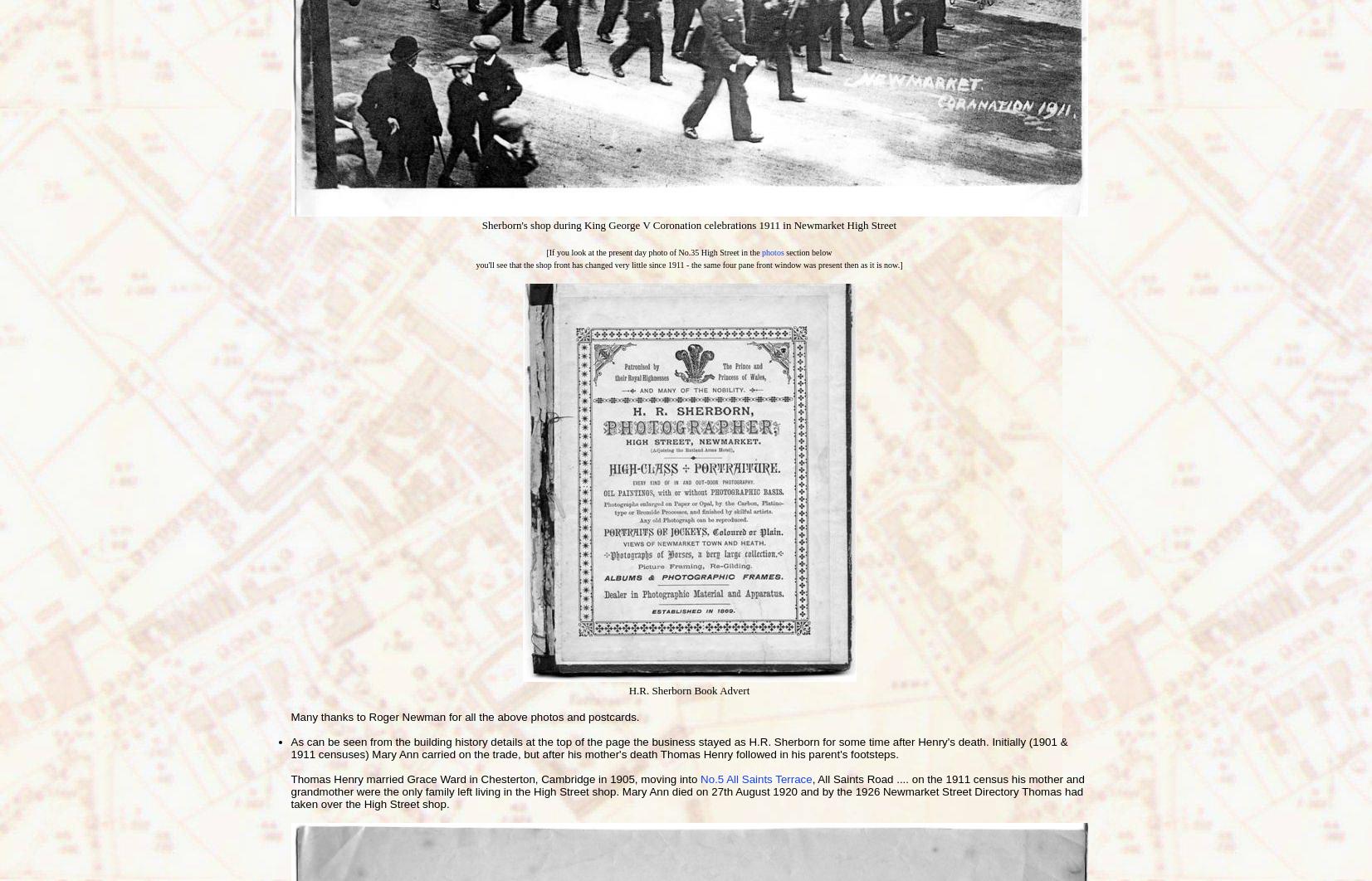 The width and height of the screenshot is (1372, 881). I want to click on 'section below', so click(807, 251).